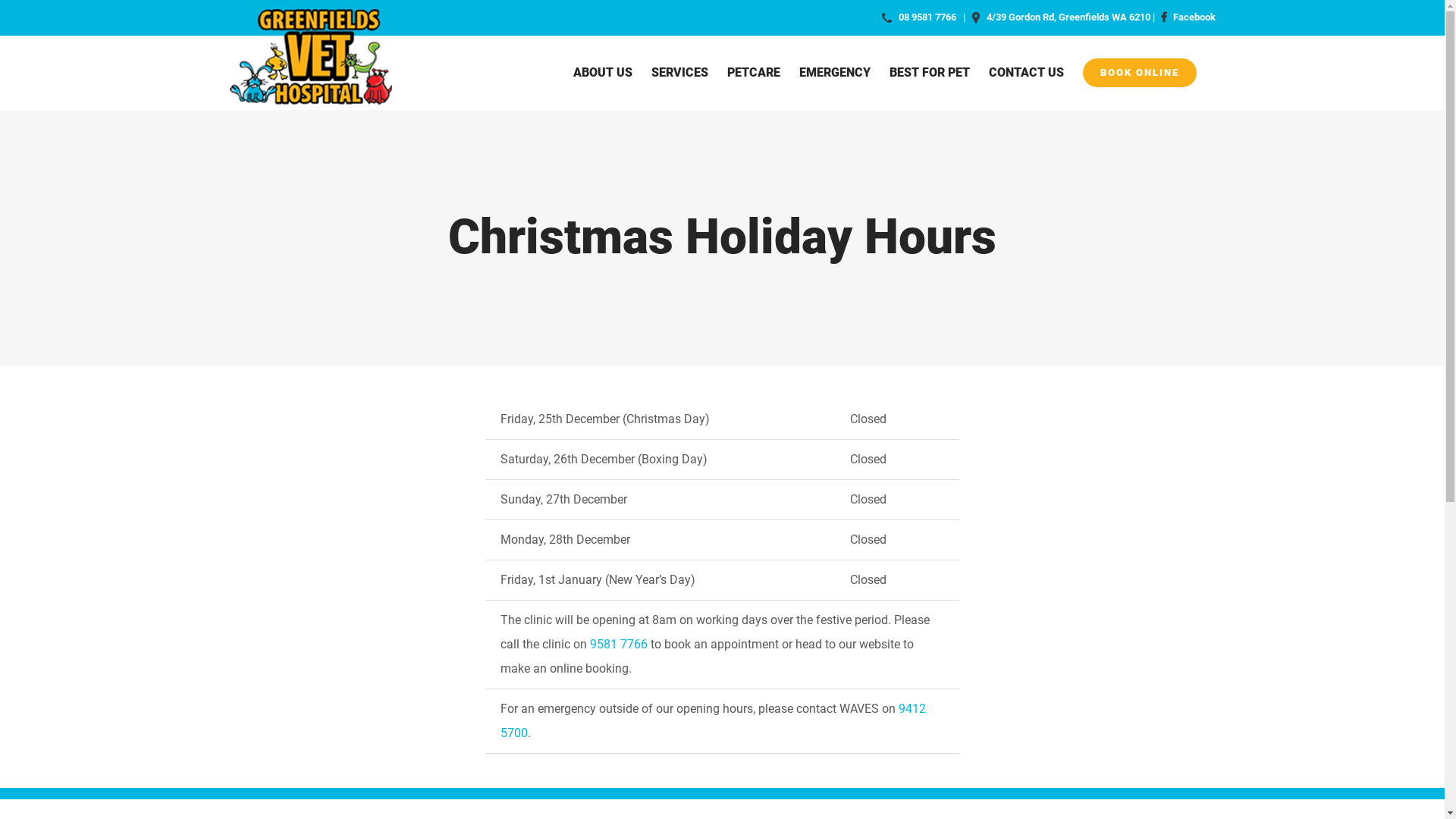 The width and height of the screenshot is (1456, 819). Describe the element at coordinates (927, 72) in the screenshot. I see `'BEST FOR PET'` at that location.